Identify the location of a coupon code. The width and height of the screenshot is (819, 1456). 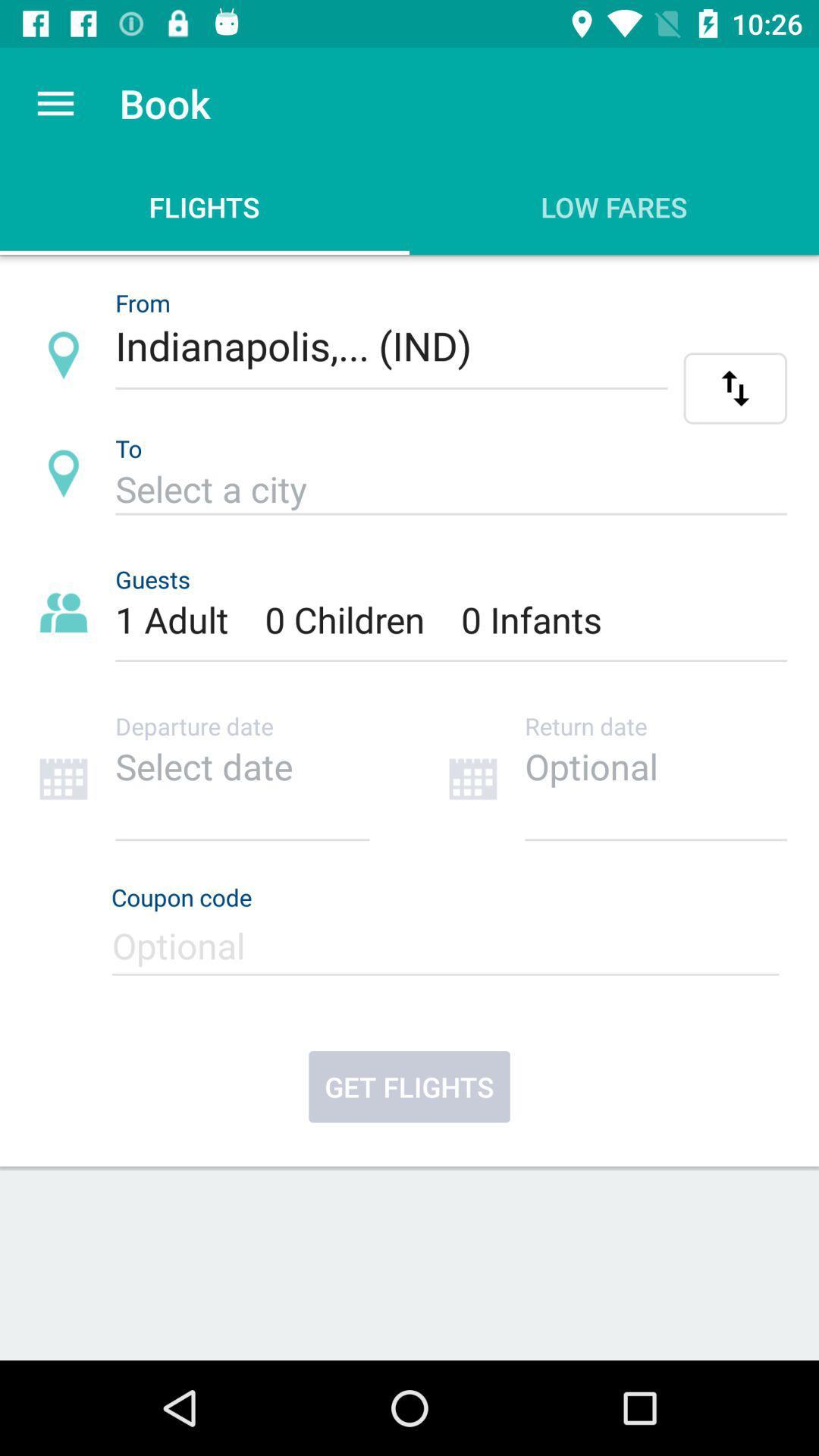
(448, 951).